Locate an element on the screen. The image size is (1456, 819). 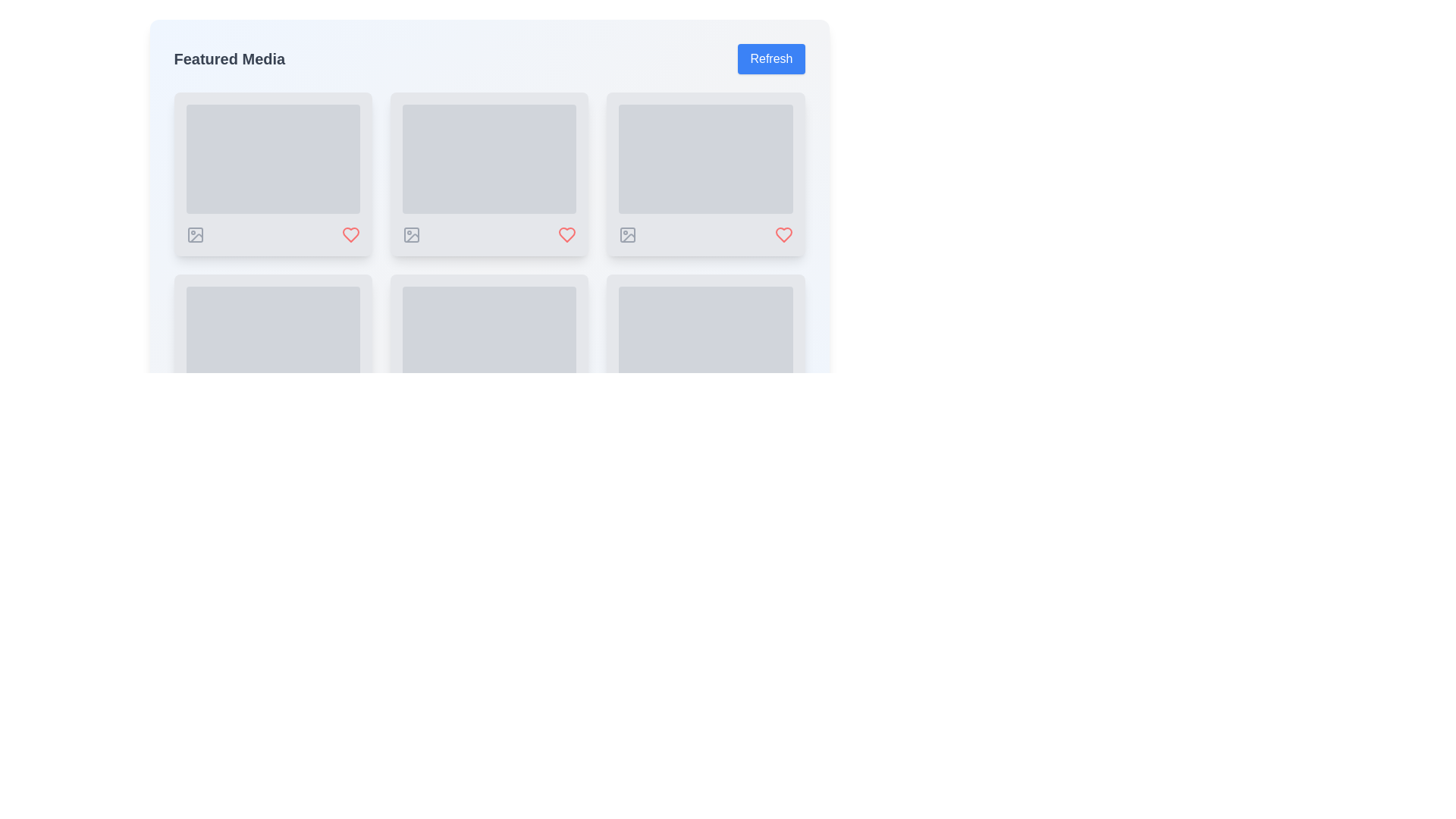
the heart icon located in the bottom-right corner of the third card in the grid layout is located at coordinates (566, 234).